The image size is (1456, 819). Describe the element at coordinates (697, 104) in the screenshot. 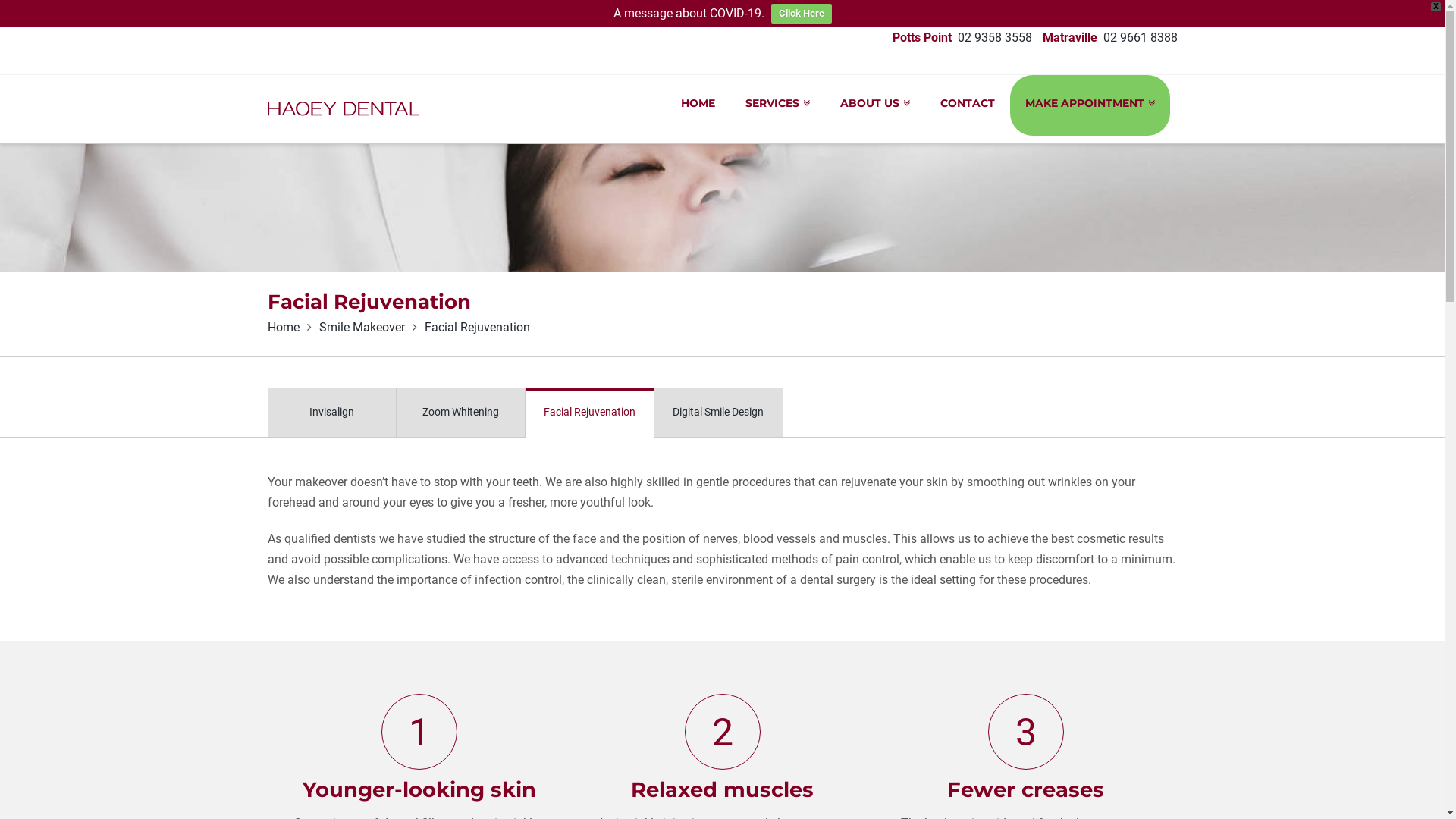

I see `'HOME'` at that location.